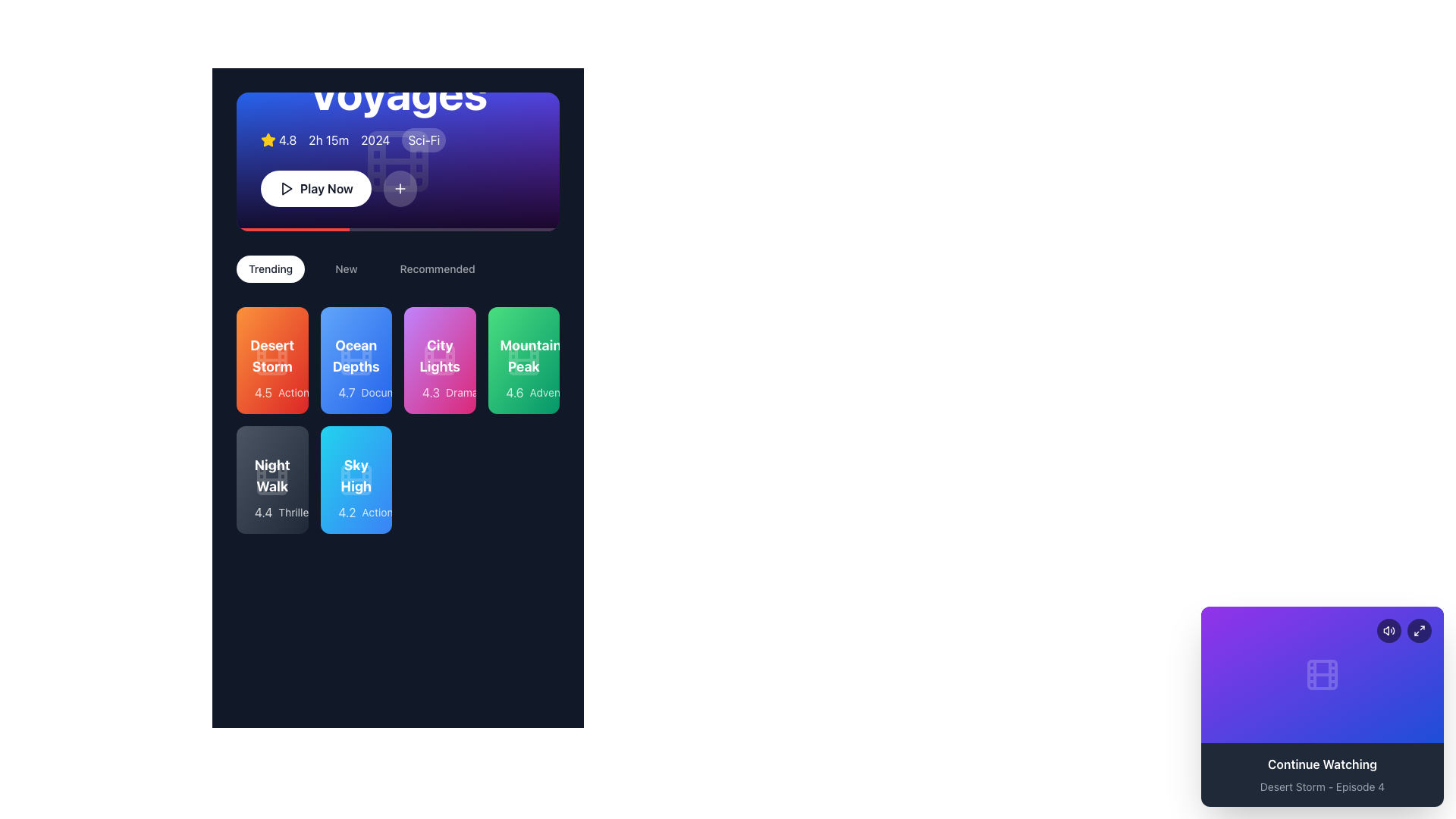  Describe the element at coordinates (355, 480) in the screenshot. I see `the movie icon located in the second row and second column of the card layout, which is situated underneath the 'Ocean Depths' card and next to the 'Night Walk' card` at that location.